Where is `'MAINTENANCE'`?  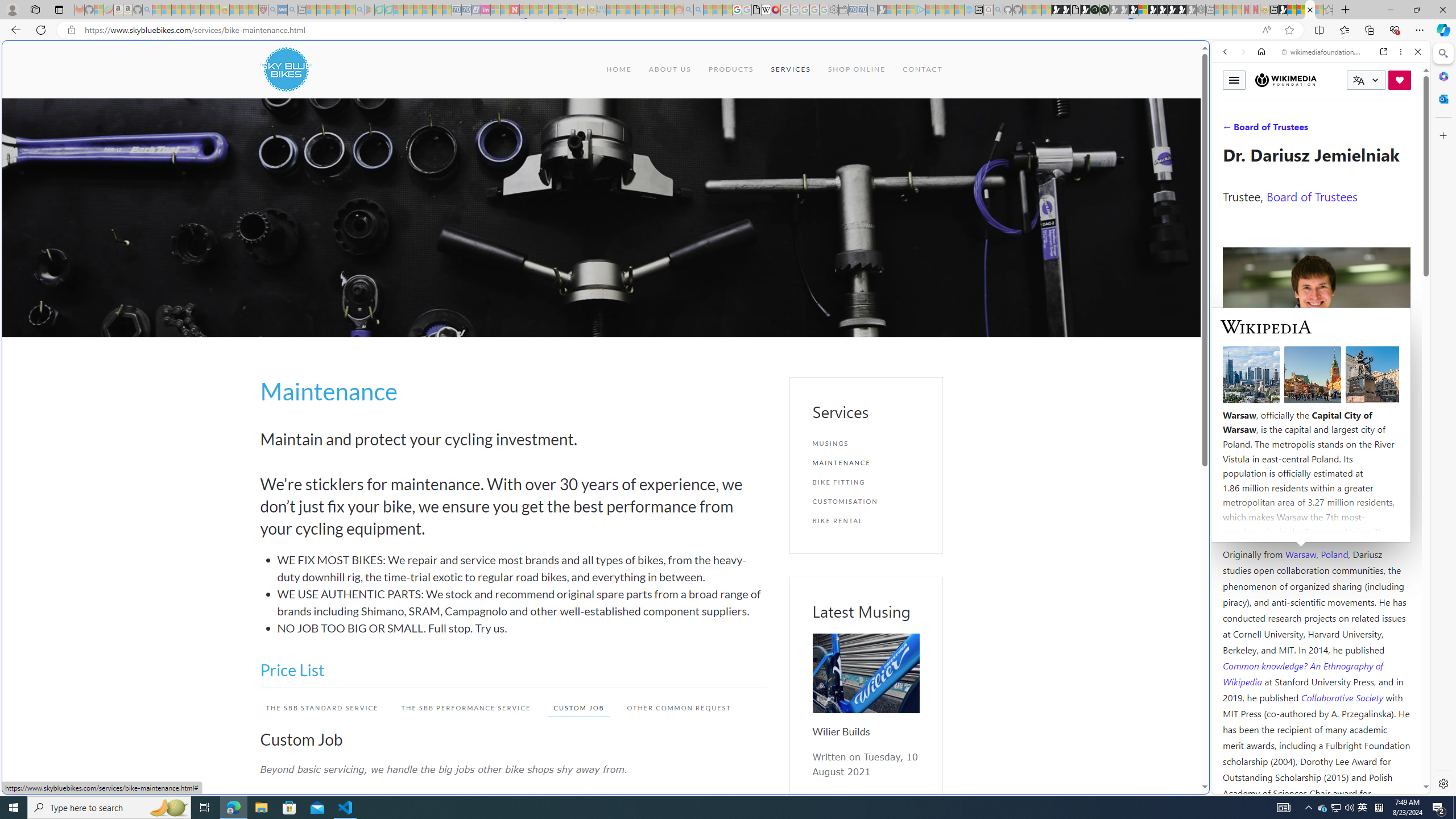
'MAINTENANCE' is located at coordinates (864, 462).